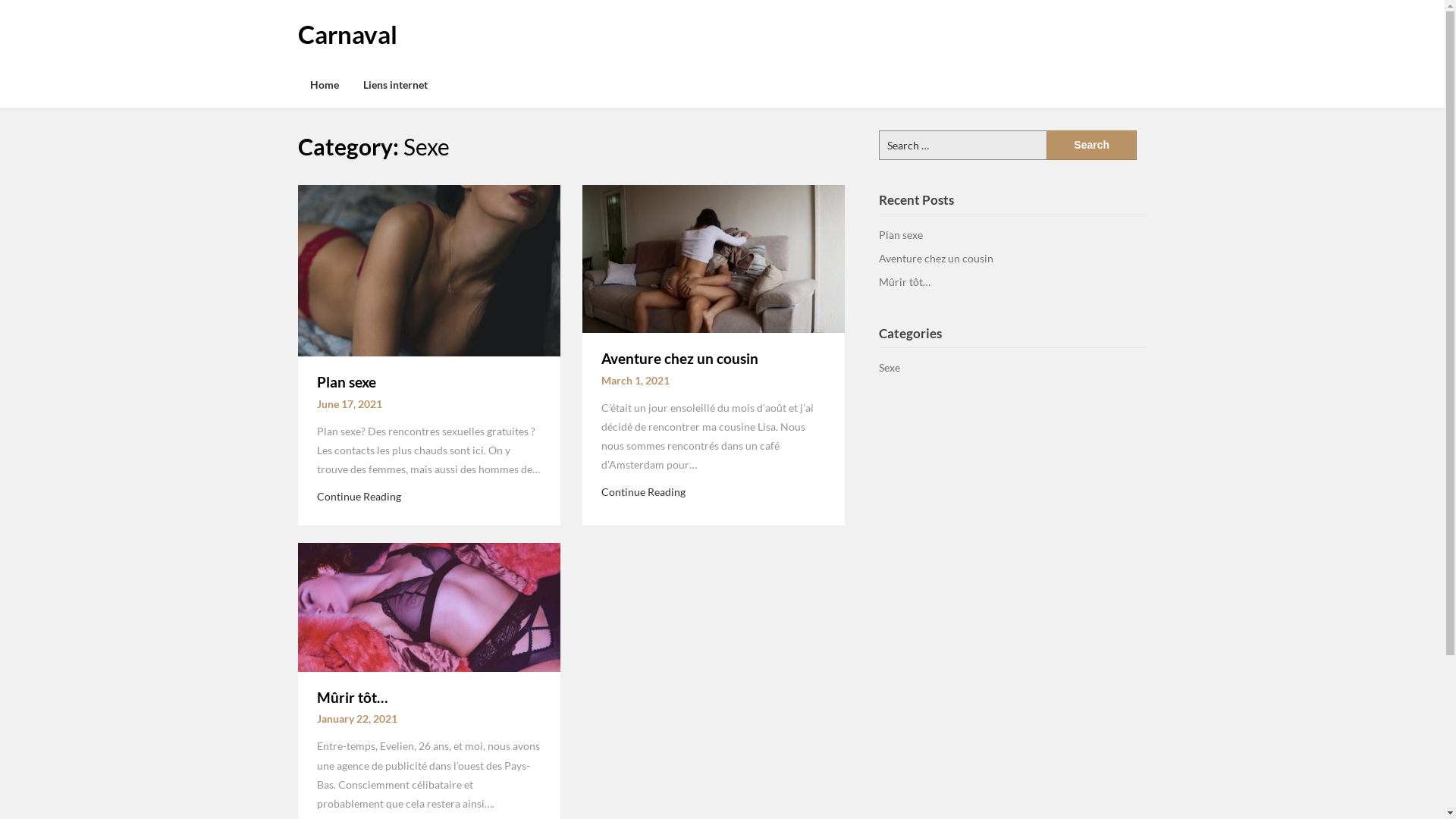 The height and width of the screenshot is (819, 1456). What do you see at coordinates (346, 34) in the screenshot?
I see `'Carnaval'` at bounding box center [346, 34].